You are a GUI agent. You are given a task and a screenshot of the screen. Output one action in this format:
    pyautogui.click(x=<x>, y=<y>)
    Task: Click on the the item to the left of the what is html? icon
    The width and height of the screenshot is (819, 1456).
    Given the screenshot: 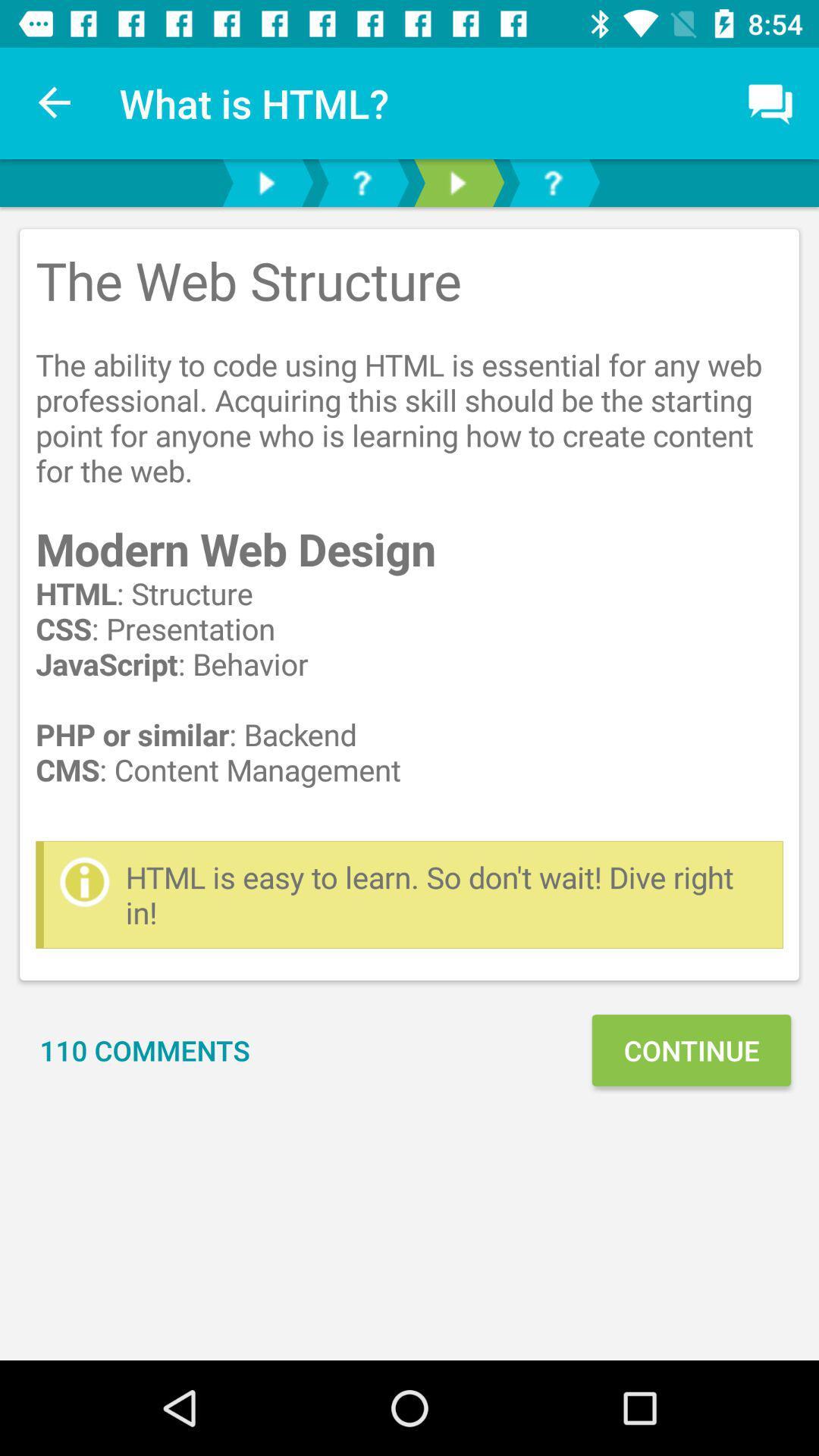 What is the action you would take?
    pyautogui.click(x=55, y=102)
    